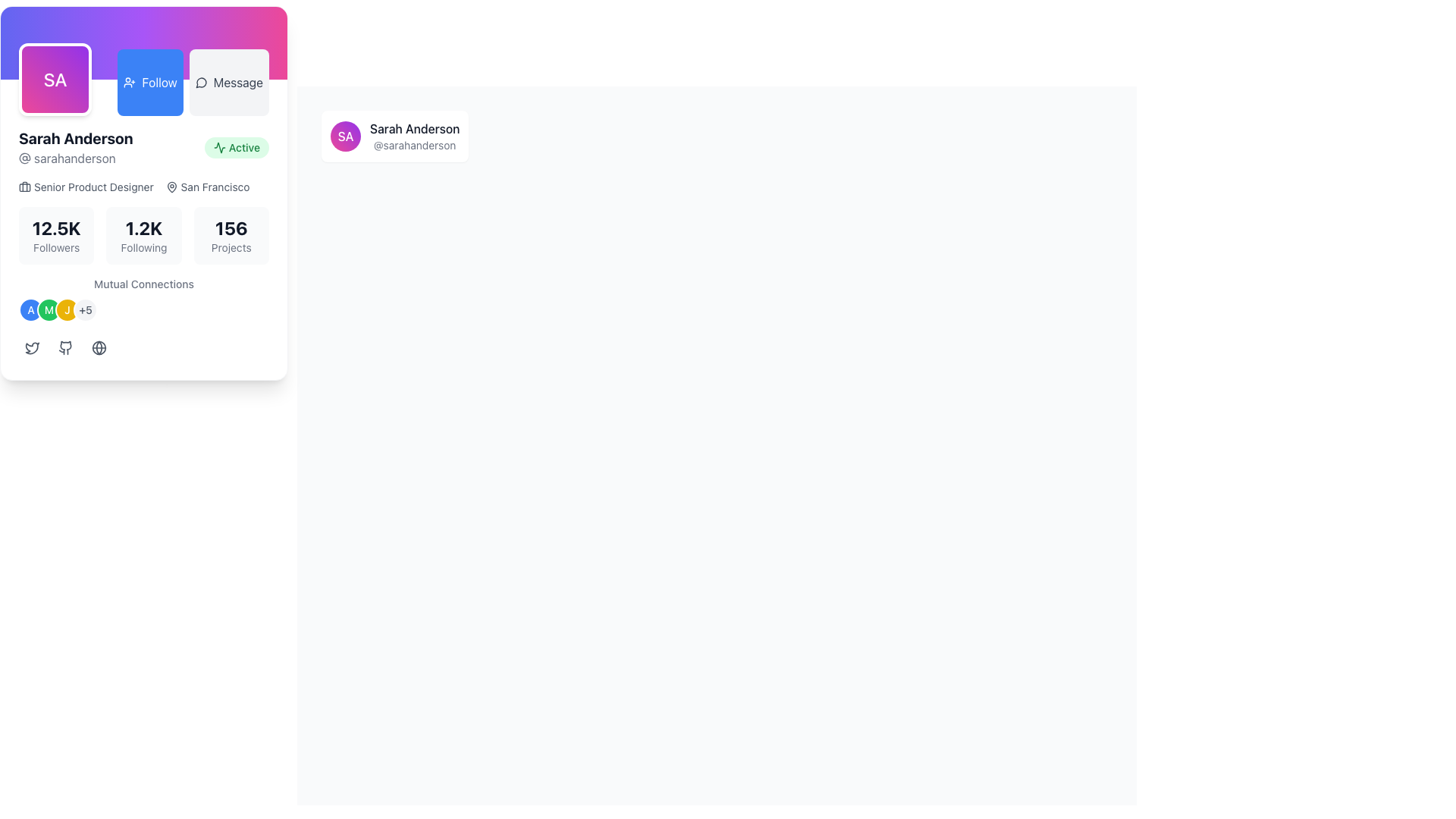 The height and width of the screenshot is (819, 1456). What do you see at coordinates (144, 186) in the screenshot?
I see `the informational text element displaying the job title 'Senior Product Designer' and location 'San Francisco' for the profile owner Sarah Anderson, located below the account name and above the follower statistics` at bounding box center [144, 186].